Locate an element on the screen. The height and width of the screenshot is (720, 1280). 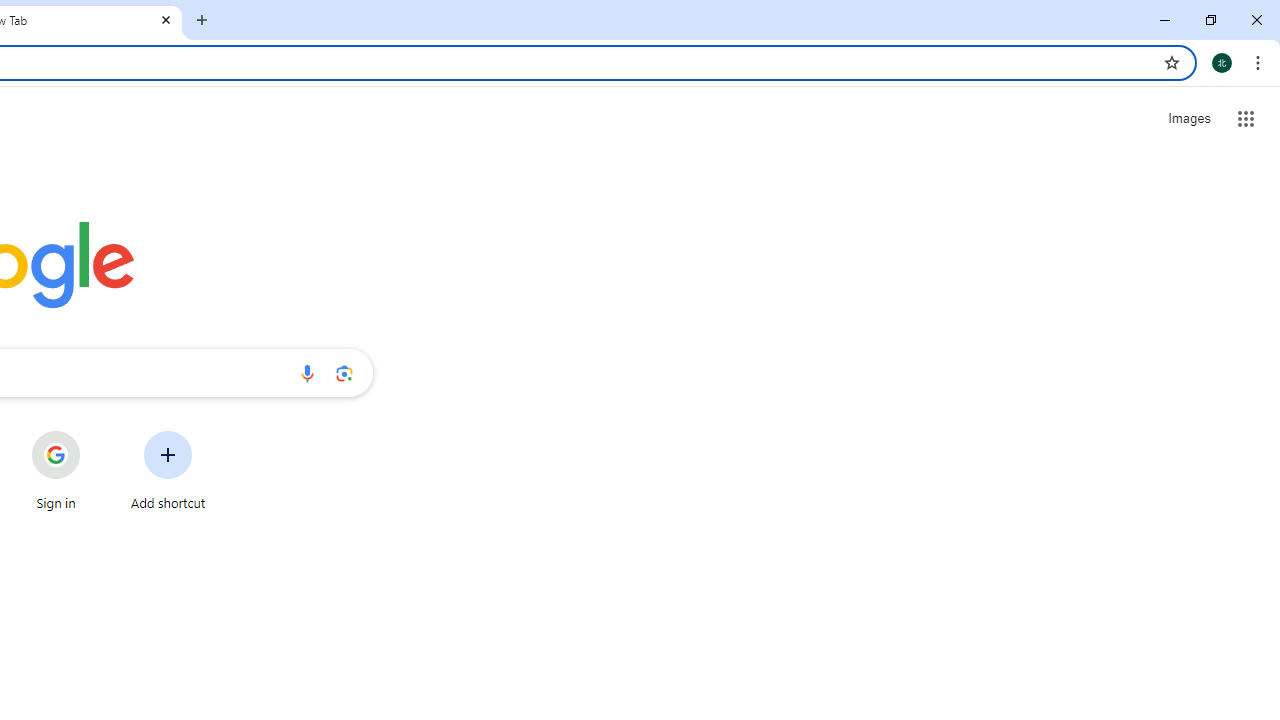
'Search by voice' is located at coordinates (306, 372).